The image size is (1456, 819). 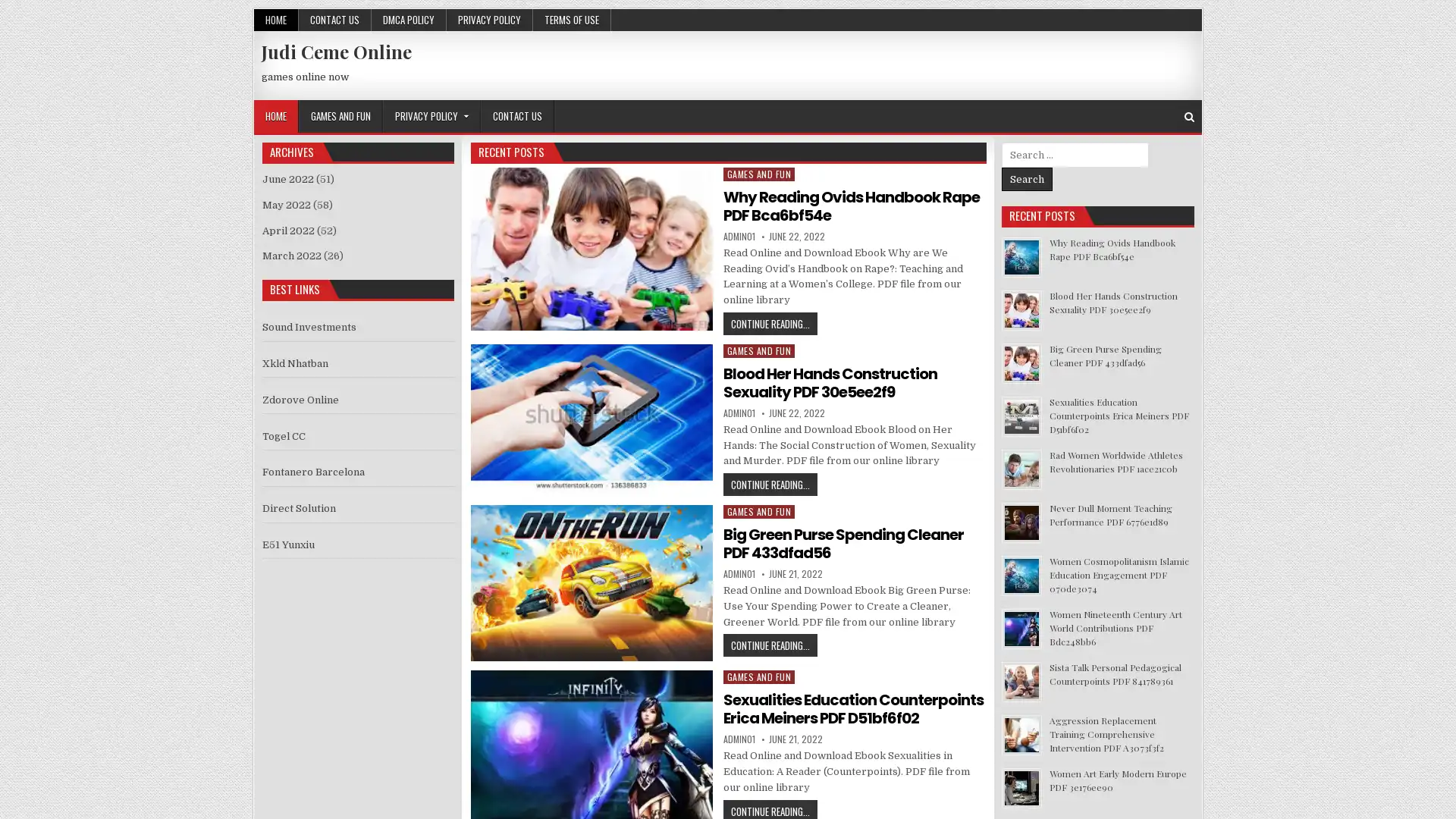 I want to click on Search, so click(x=1027, y=178).